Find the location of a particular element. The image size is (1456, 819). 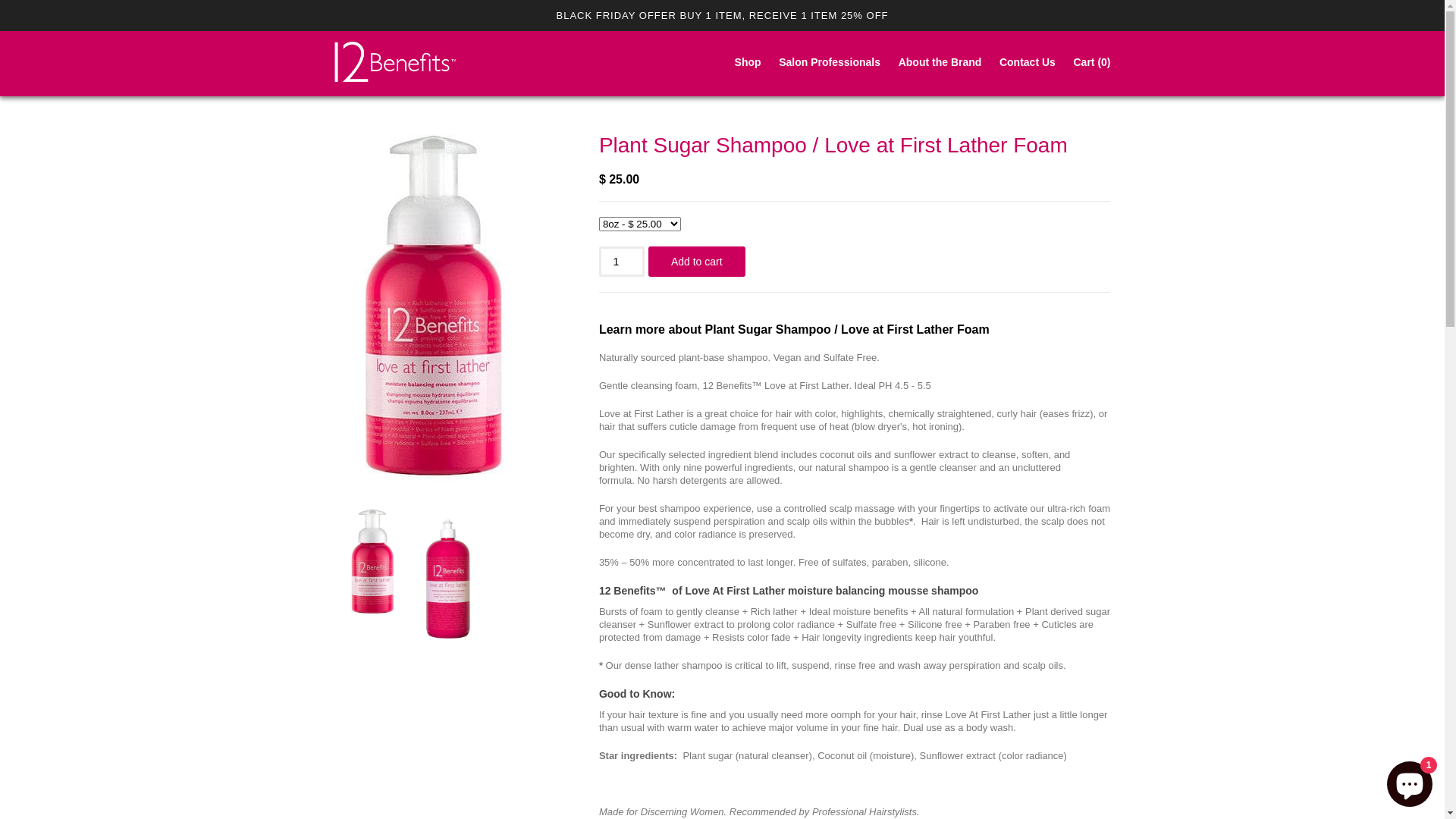

'12benefits' is located at coordinates (394, 63).